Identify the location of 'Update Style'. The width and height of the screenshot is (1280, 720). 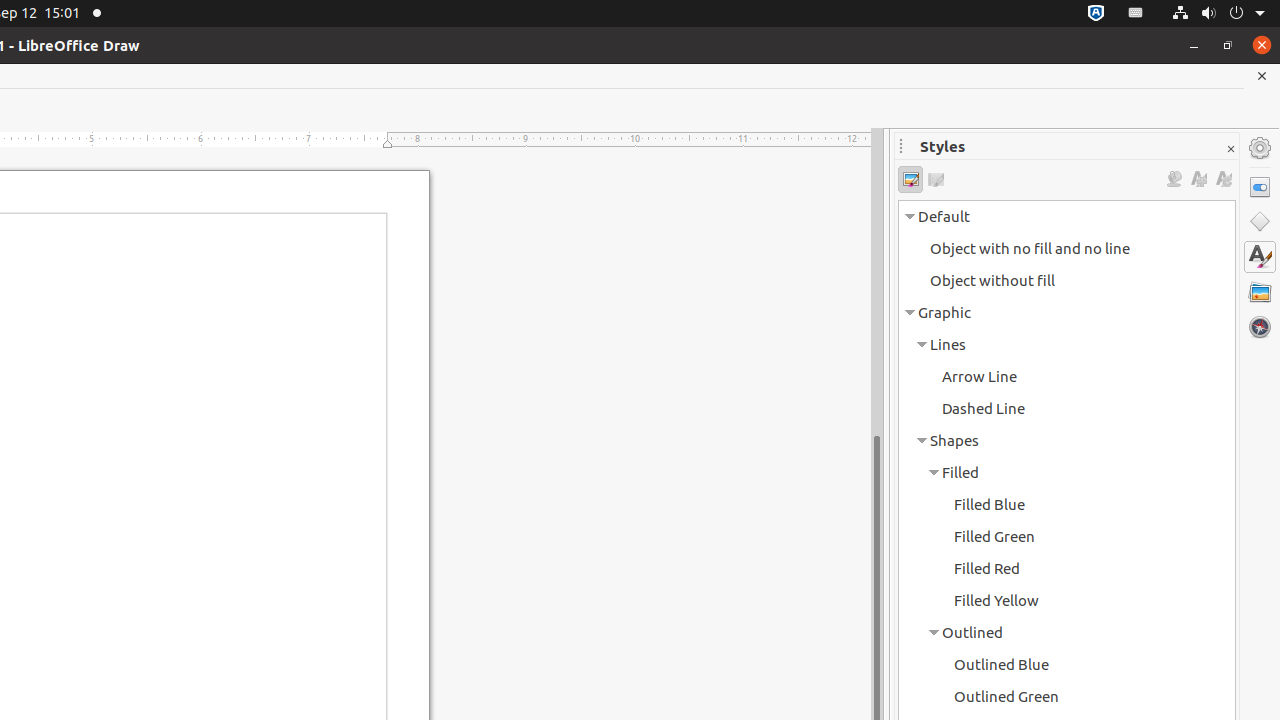
(1222, 178).